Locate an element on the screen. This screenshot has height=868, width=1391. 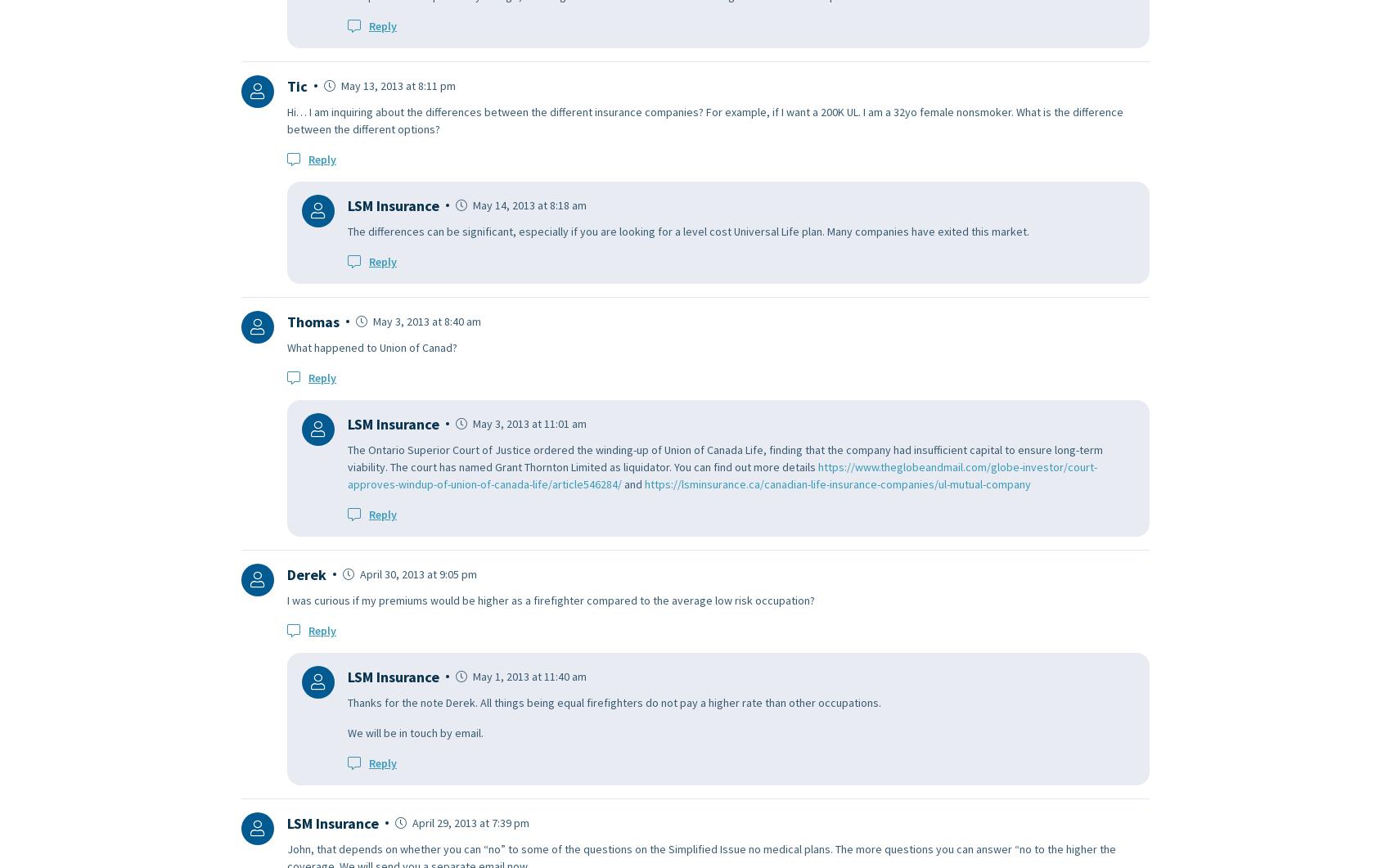
'April 29, 2013 at 7:39 pm' is located at coordinates (468, 821).